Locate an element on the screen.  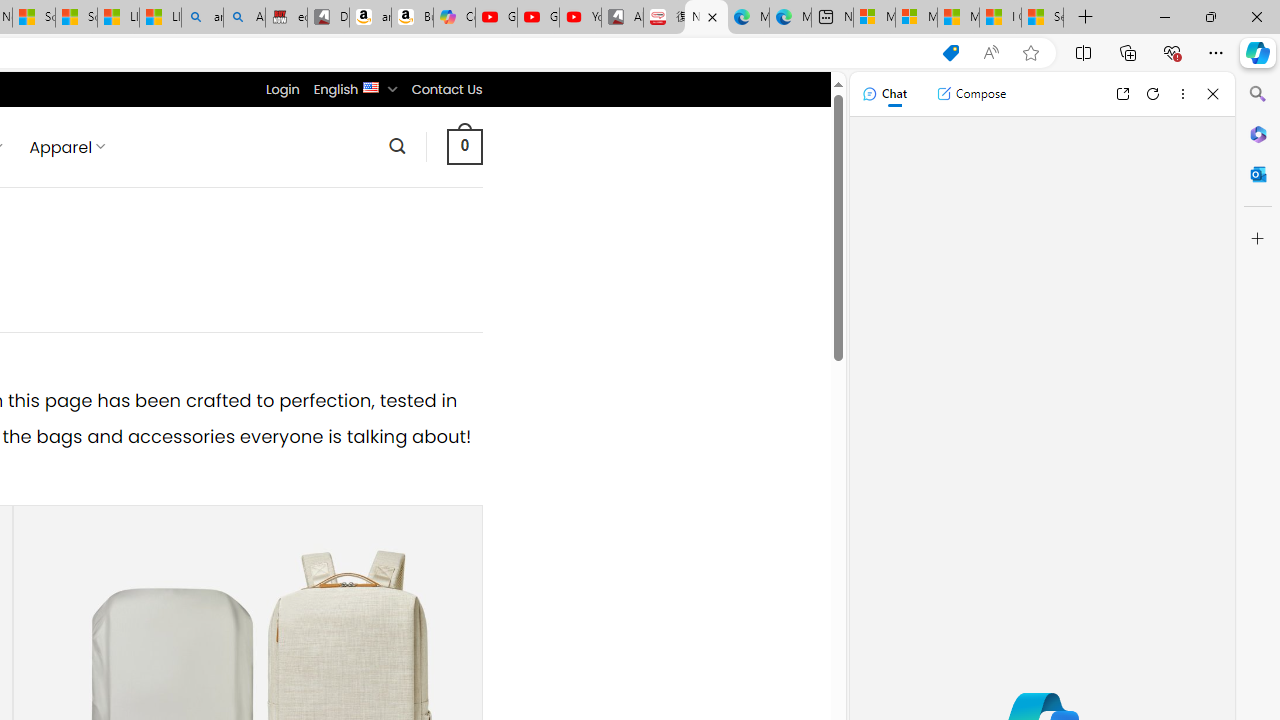
'Chat' is located at coordinates (883, 93).